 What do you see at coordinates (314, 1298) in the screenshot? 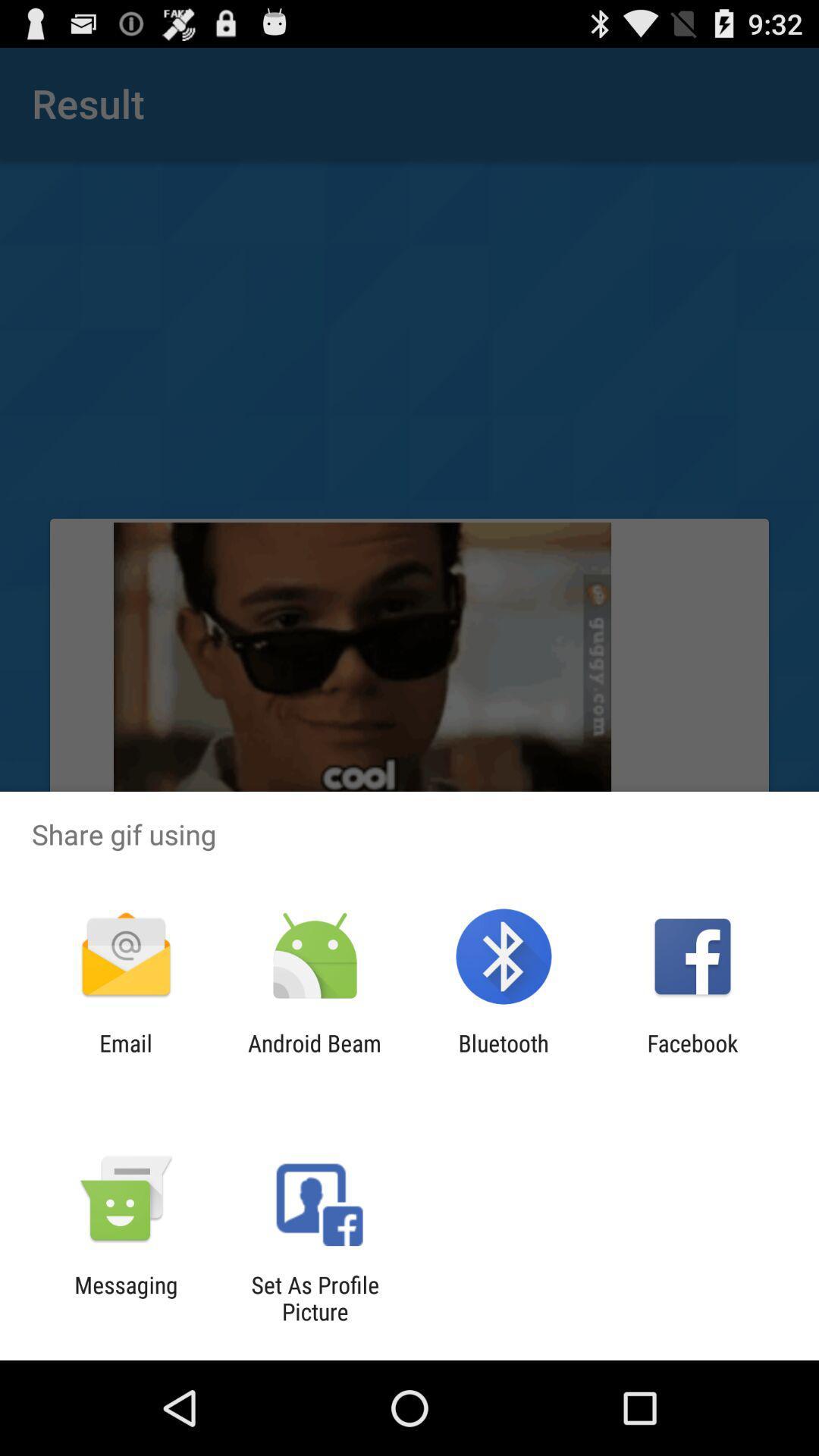
I see `item to the right of messaging item` at bounding box center [314, 1298].